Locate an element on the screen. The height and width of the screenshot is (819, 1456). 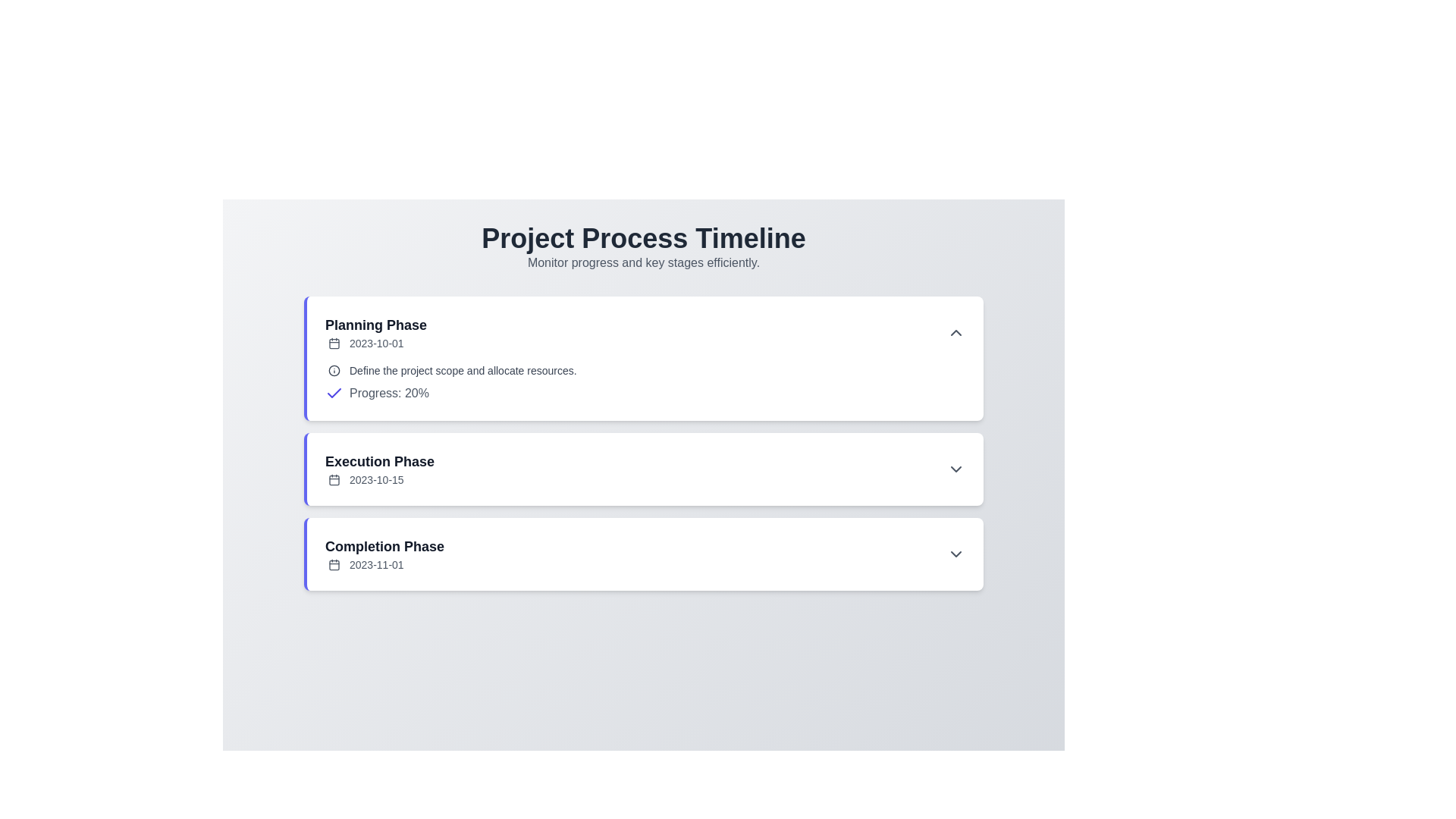
the 'Execution Phase' text label, which displays 'Execution Phase' in bold dark font and '2023-10-15' in smaller gray font, located between 'Planning Phase' and 'Completion Phase' is located at coordinates (380, 468).